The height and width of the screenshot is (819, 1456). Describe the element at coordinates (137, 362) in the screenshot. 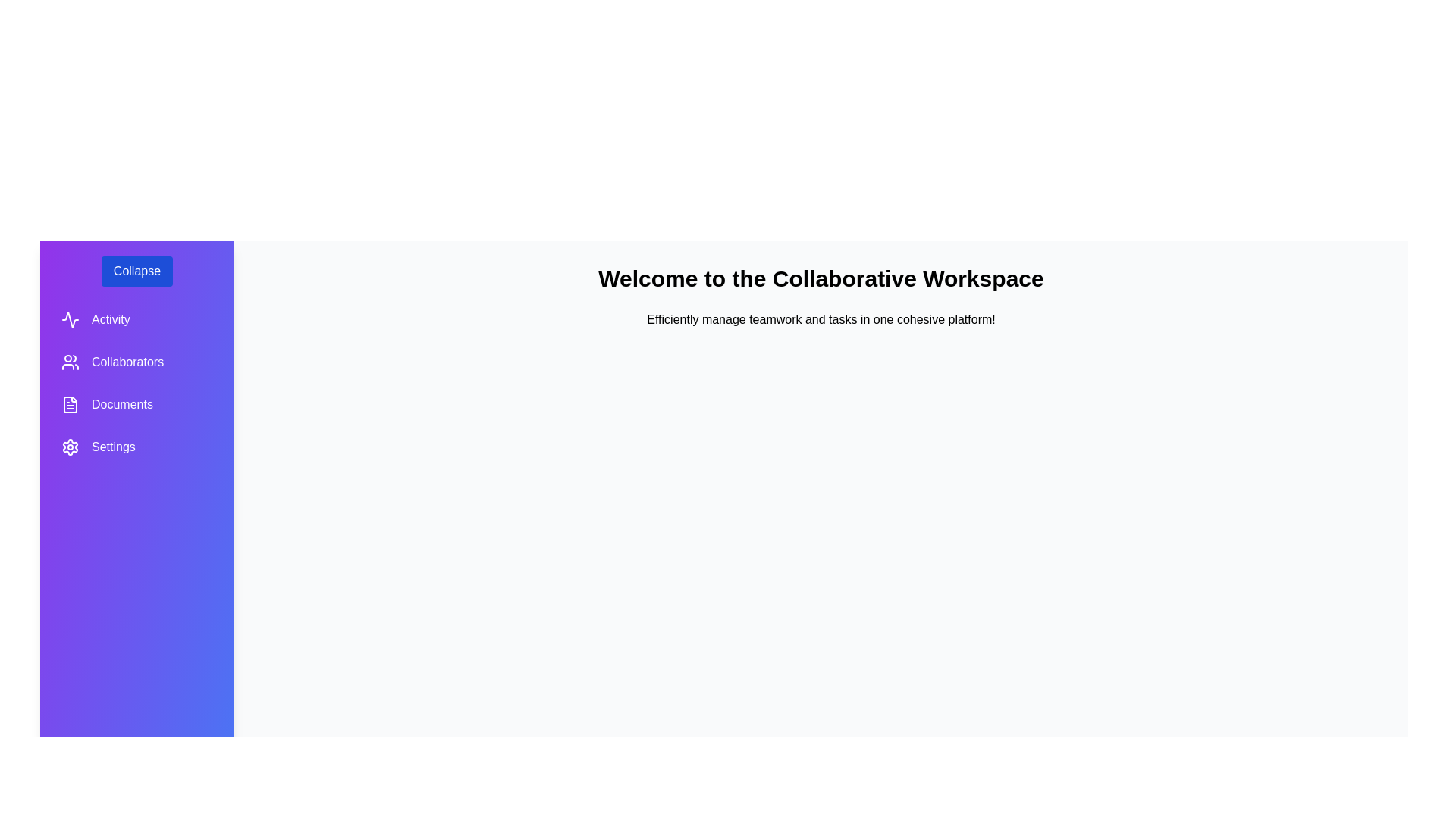

I see `the Collaborators section in the sidebar to navigate to it` at that location.